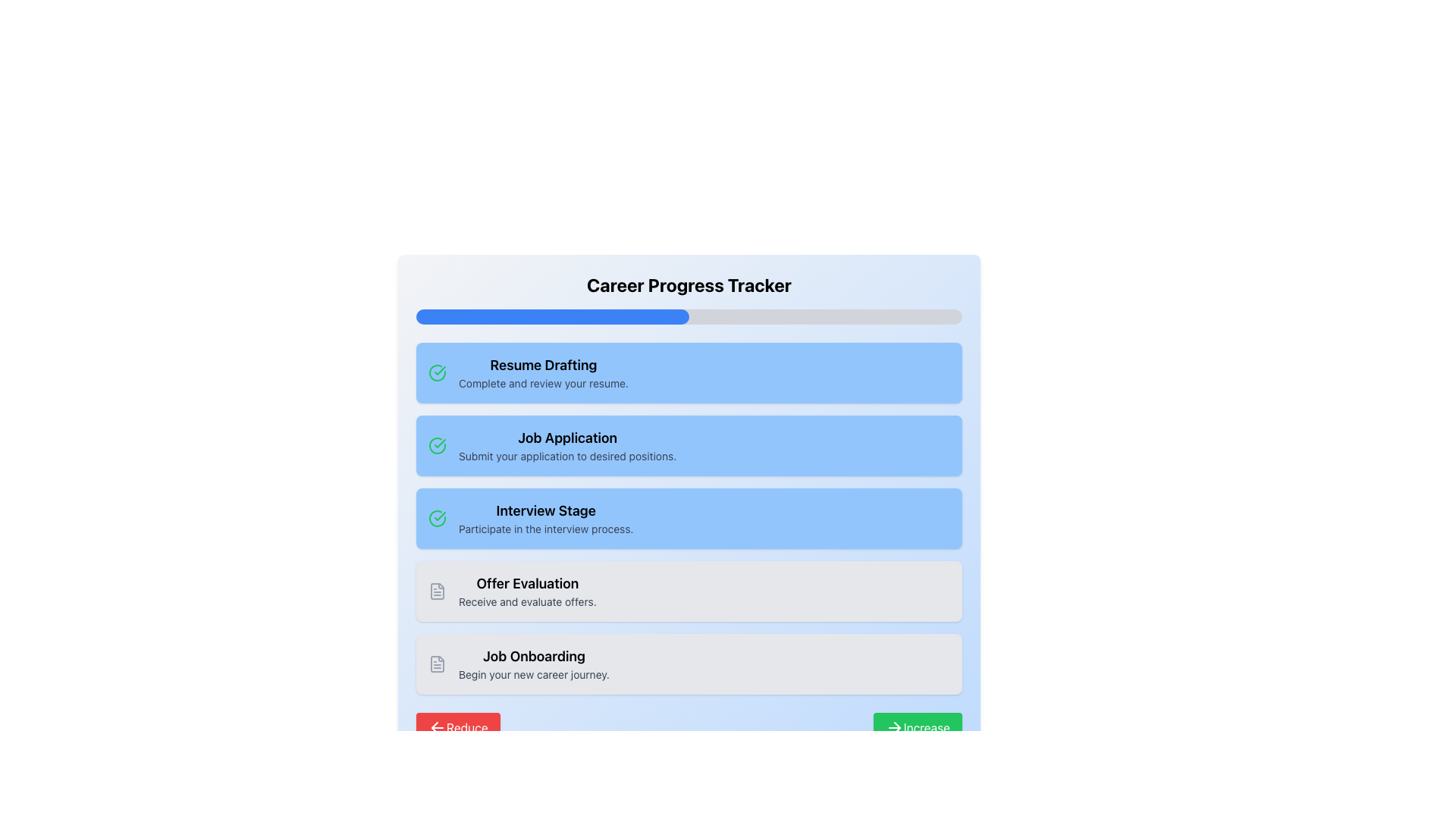 The height and width of the screenshot is (819, 1456). Describe the element at coordinates (436, 444) in the screenshot. I see `the green circular icon with a checkmark located to the left of the 'Job Application' text, which signifies a positive or completion status` at that location.